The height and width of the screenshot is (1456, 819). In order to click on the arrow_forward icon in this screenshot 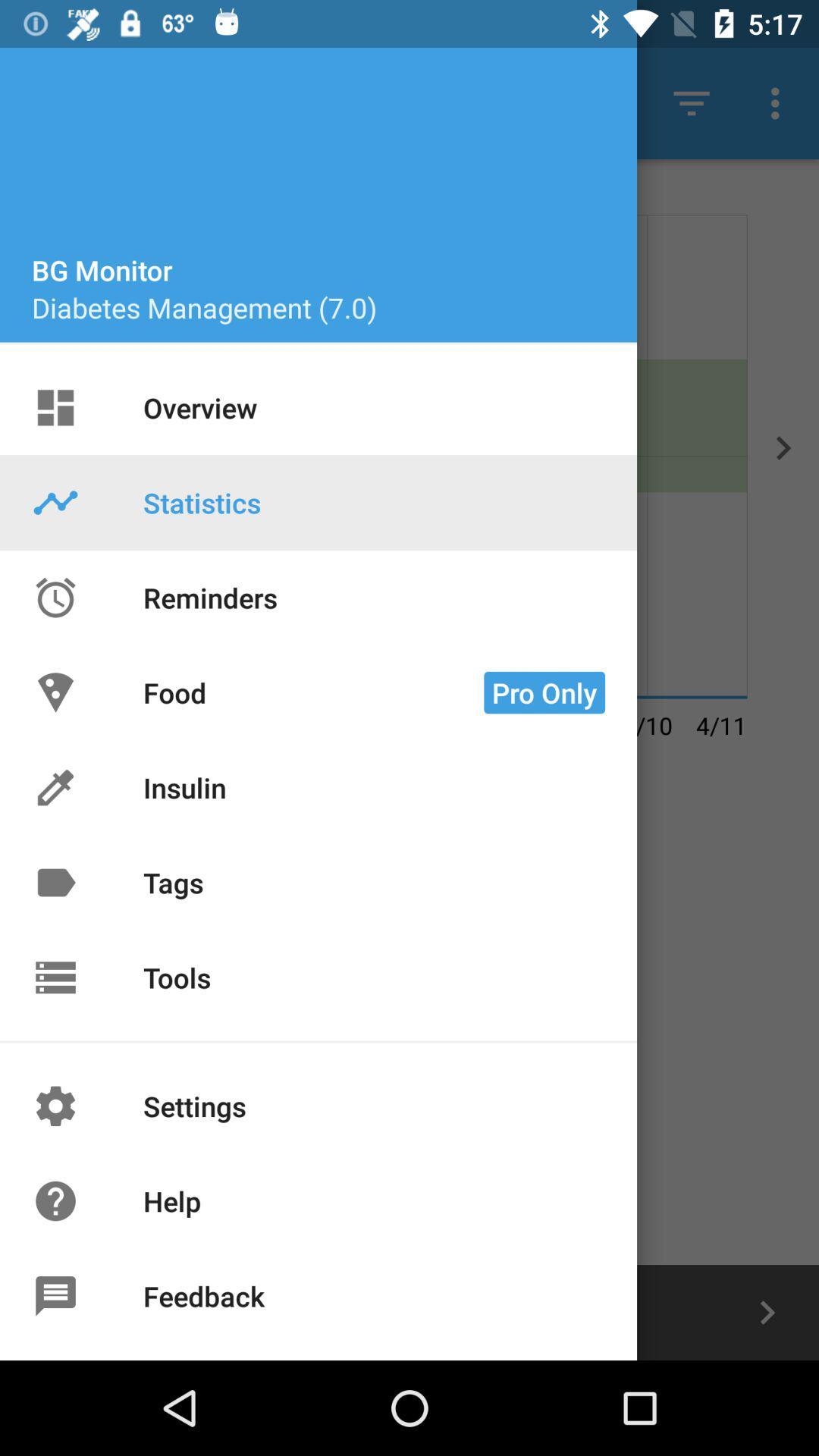, I will do `click(767, 1312)`.